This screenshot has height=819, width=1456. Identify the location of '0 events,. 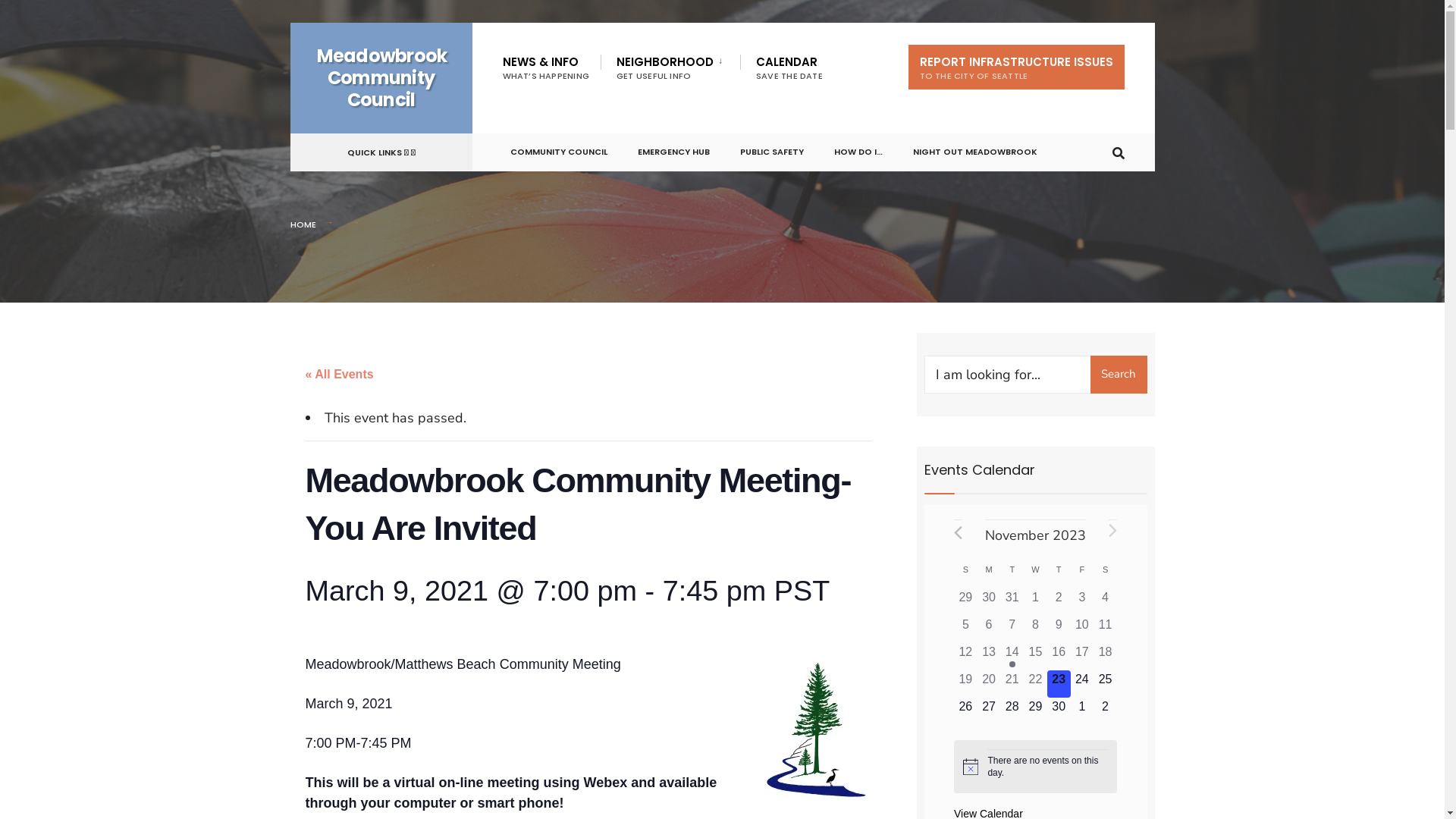
(1023, 601).